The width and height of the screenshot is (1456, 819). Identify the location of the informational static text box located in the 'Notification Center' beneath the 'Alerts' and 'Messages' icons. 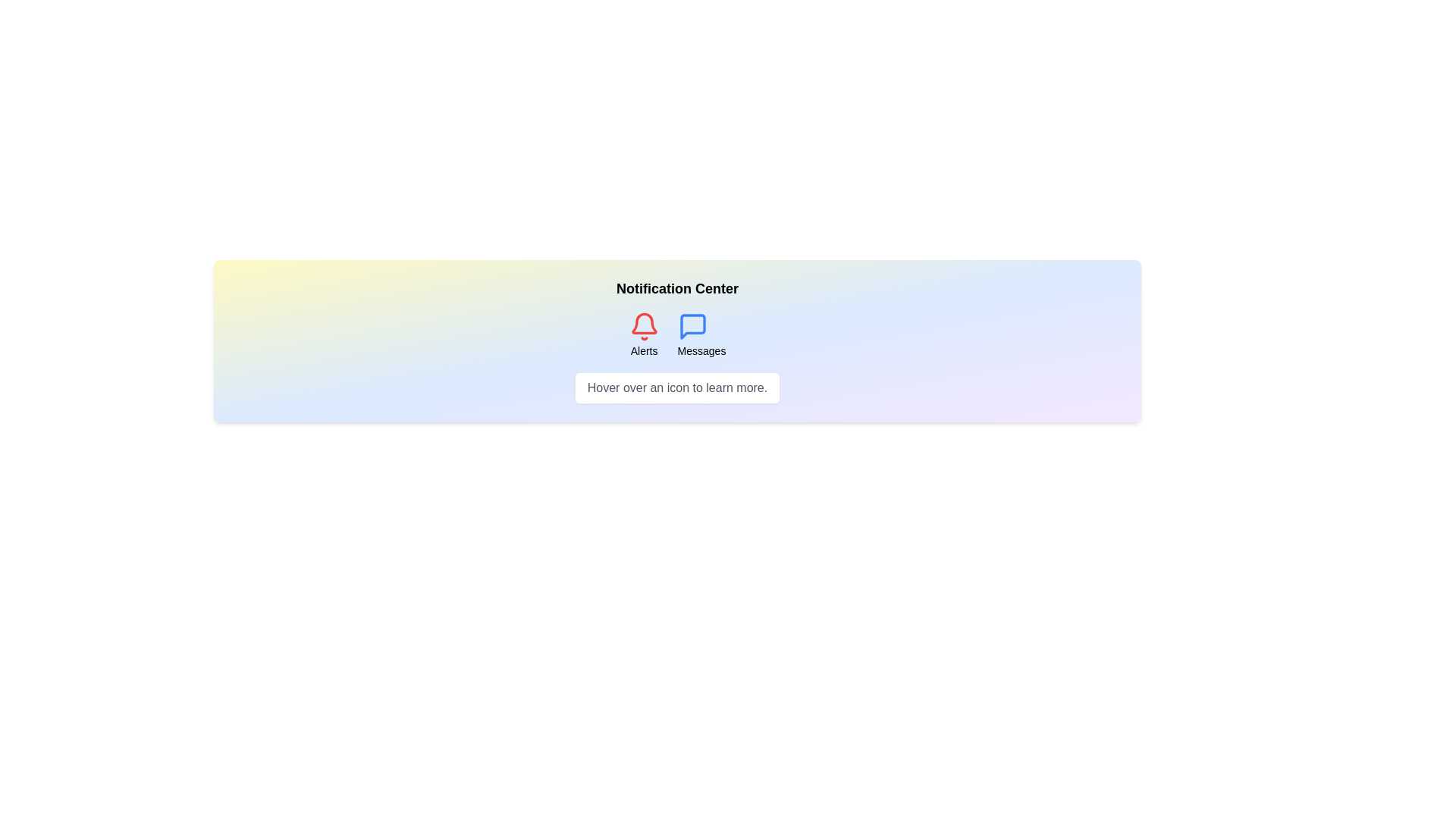
(676, 388).